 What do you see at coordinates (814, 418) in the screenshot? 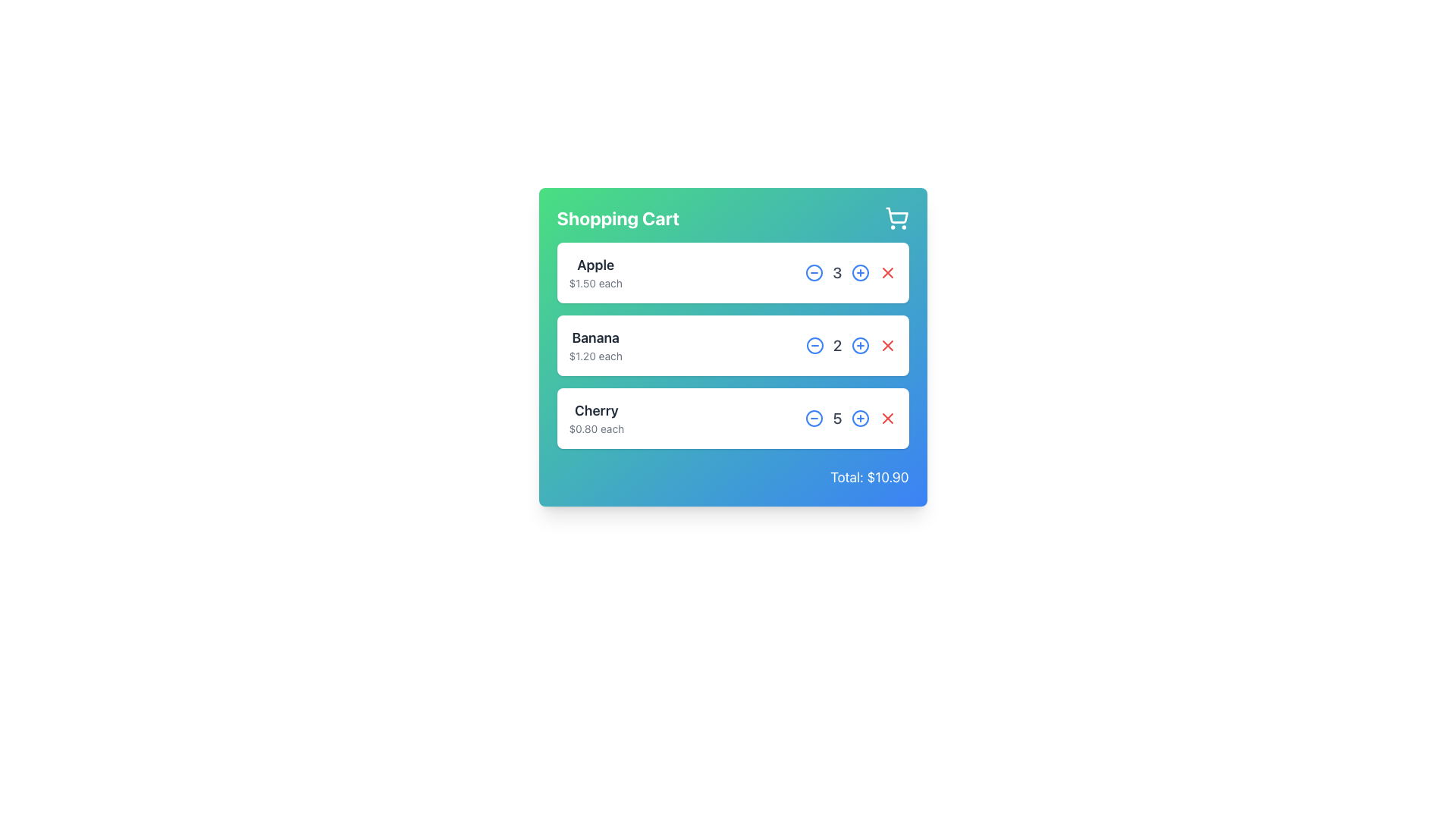
I see `the decrement button for reducing the quantity of the 'Cherry' item in the shopping cart, which is the first interactive item in the quantity modification controls` at bounding box center [814, 418].